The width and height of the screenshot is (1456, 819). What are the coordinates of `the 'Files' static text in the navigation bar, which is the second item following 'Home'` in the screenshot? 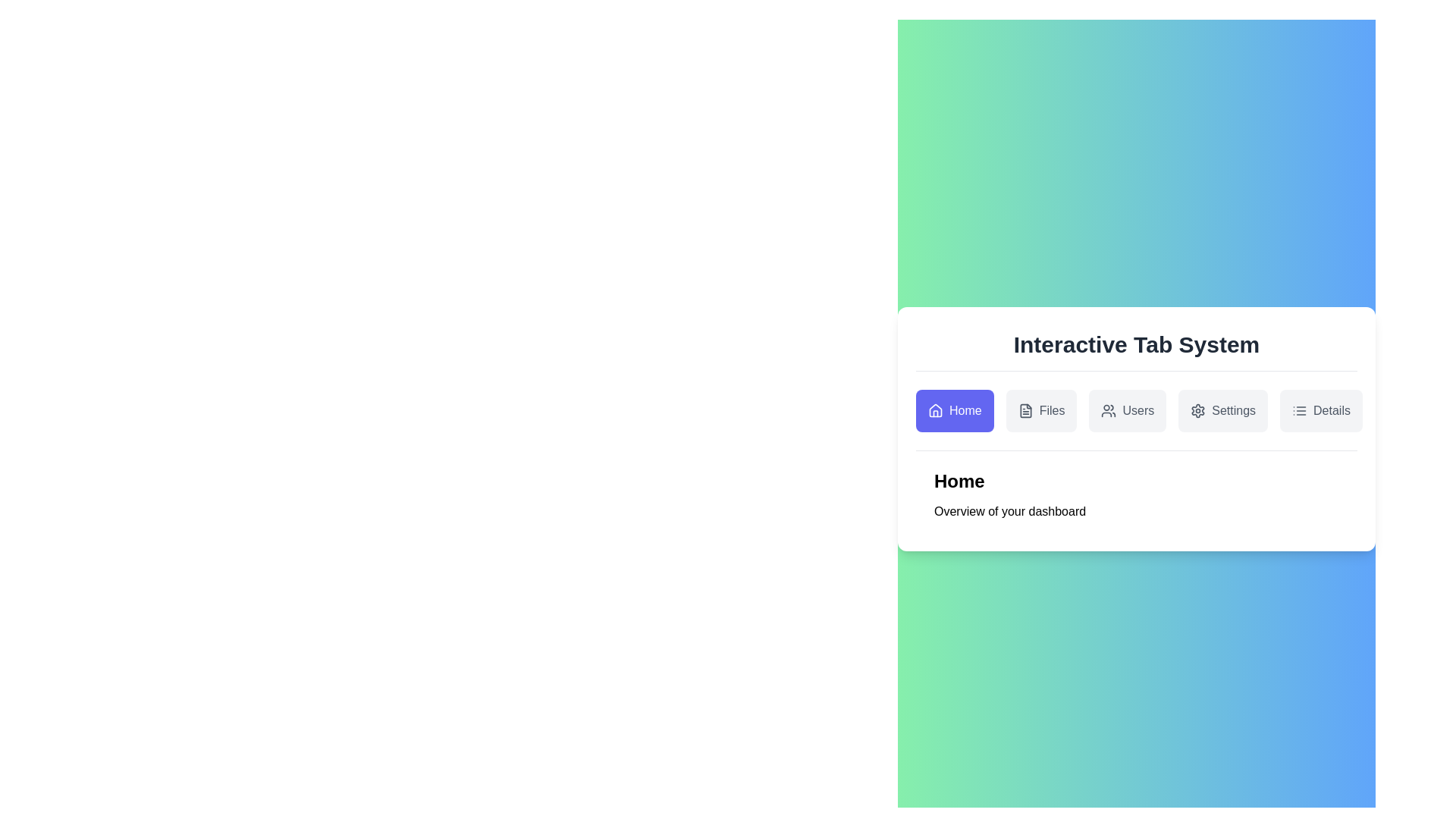 It's located at (1051, 411).